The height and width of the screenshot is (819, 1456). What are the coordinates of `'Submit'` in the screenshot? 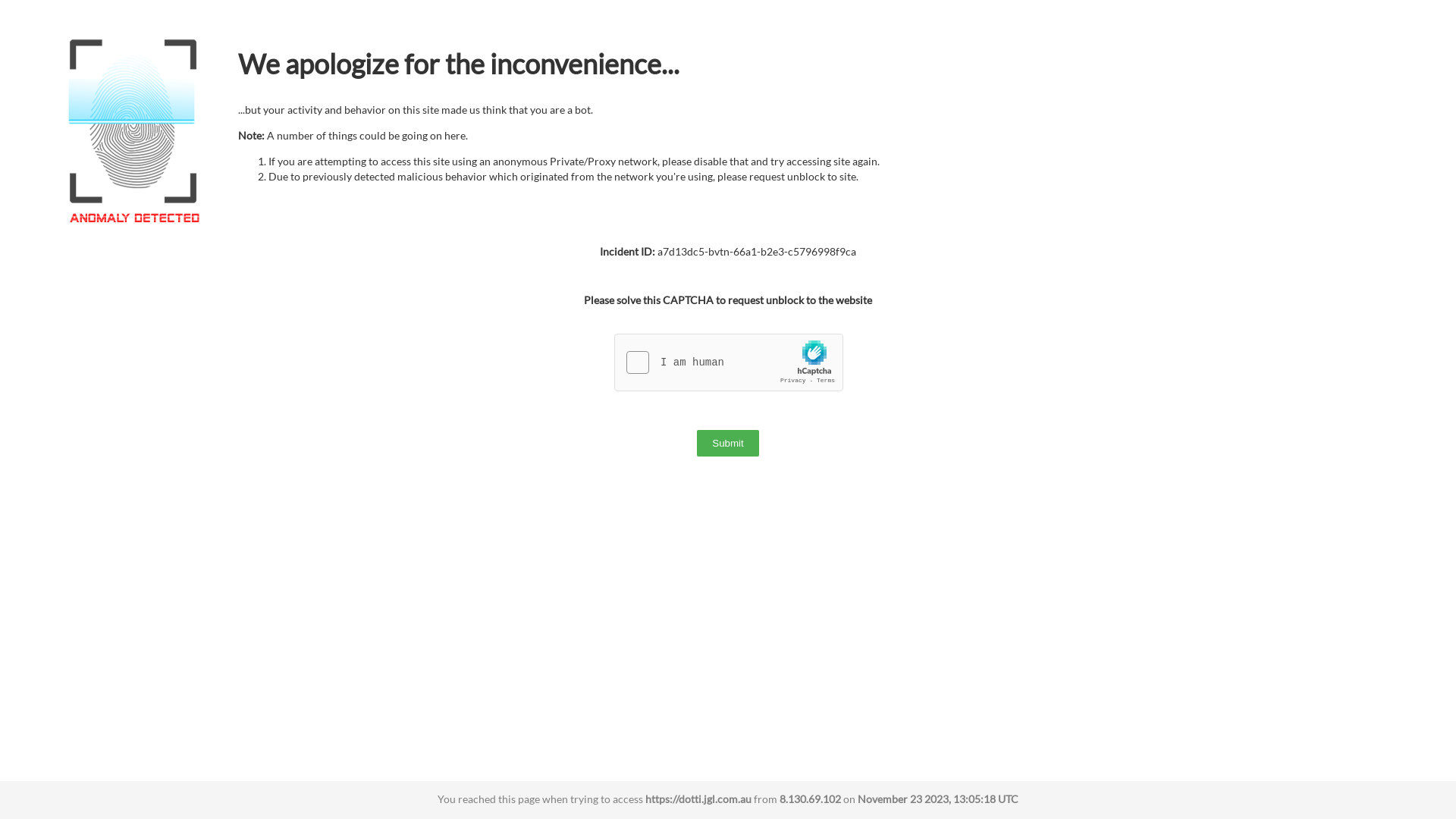 It's located at (726, 443).